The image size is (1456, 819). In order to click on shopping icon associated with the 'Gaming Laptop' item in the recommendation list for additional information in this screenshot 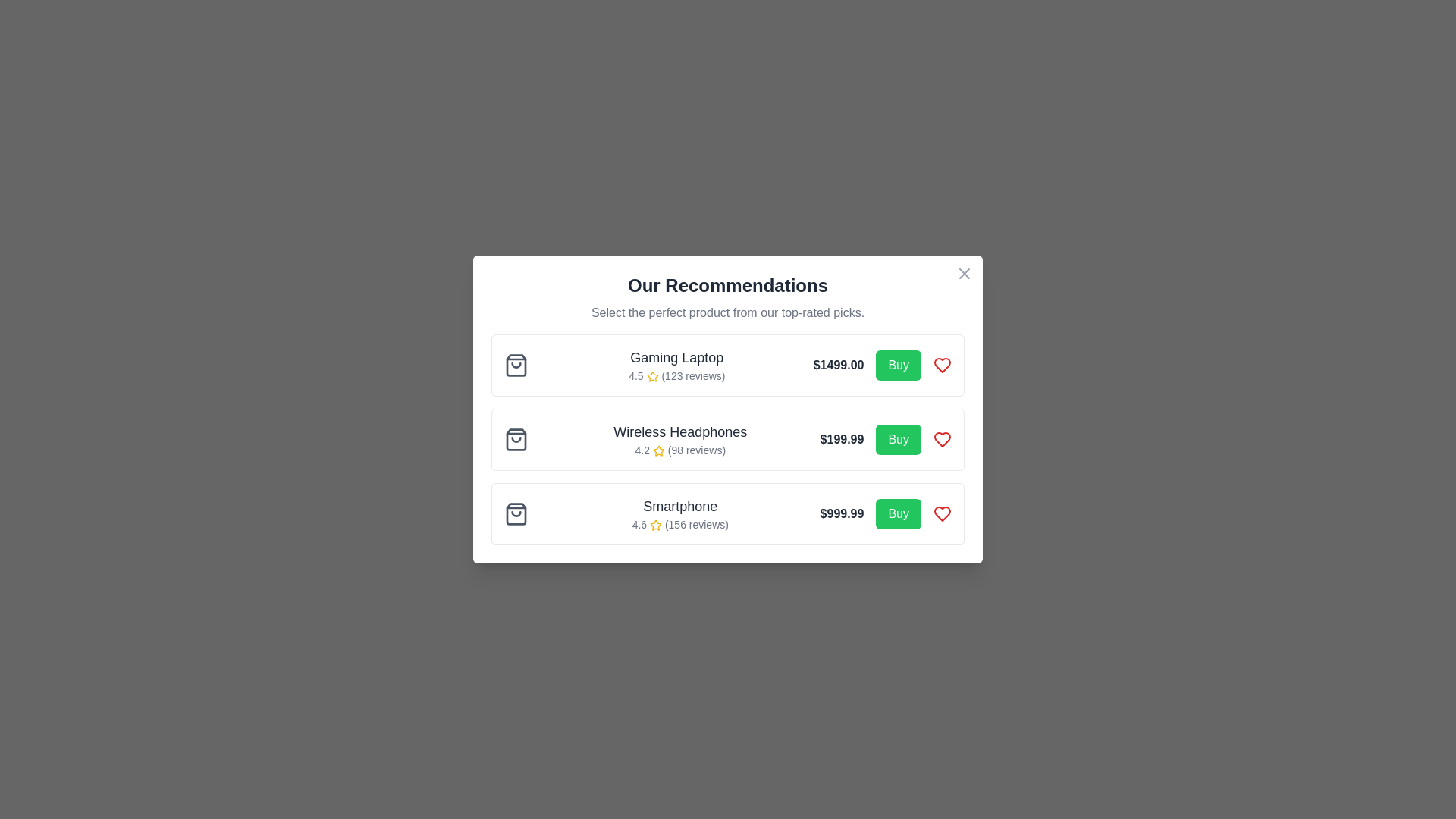, I will do `click(516, 366)`.